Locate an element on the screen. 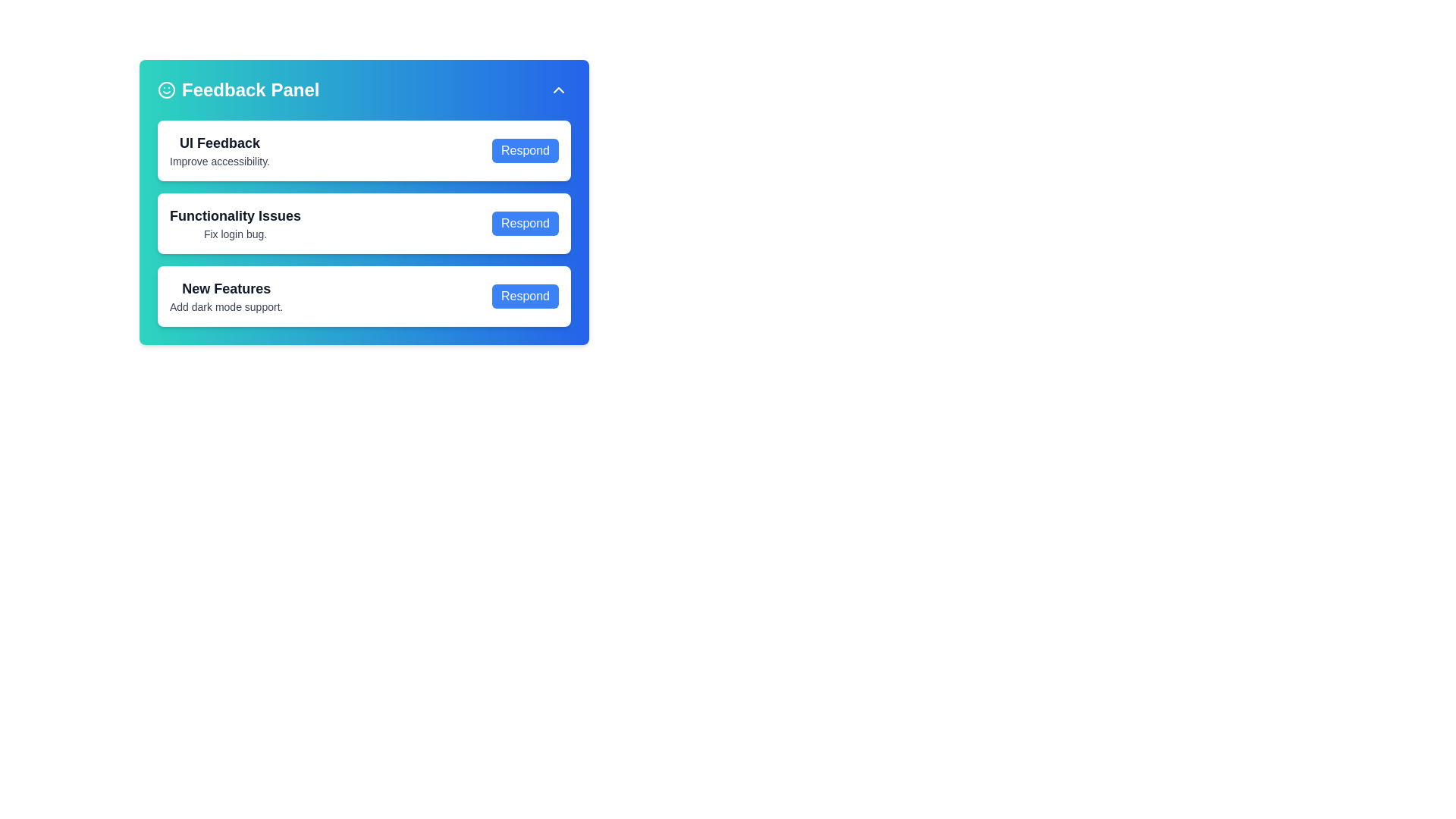 Image resolution: width=1456 pixels, height=819 pixels. the composite element titled 'Functionality Issues' which contains a button labeled 'Respond' and is located in the 'Feedback Panel' section is located at coordinates (364, 223).